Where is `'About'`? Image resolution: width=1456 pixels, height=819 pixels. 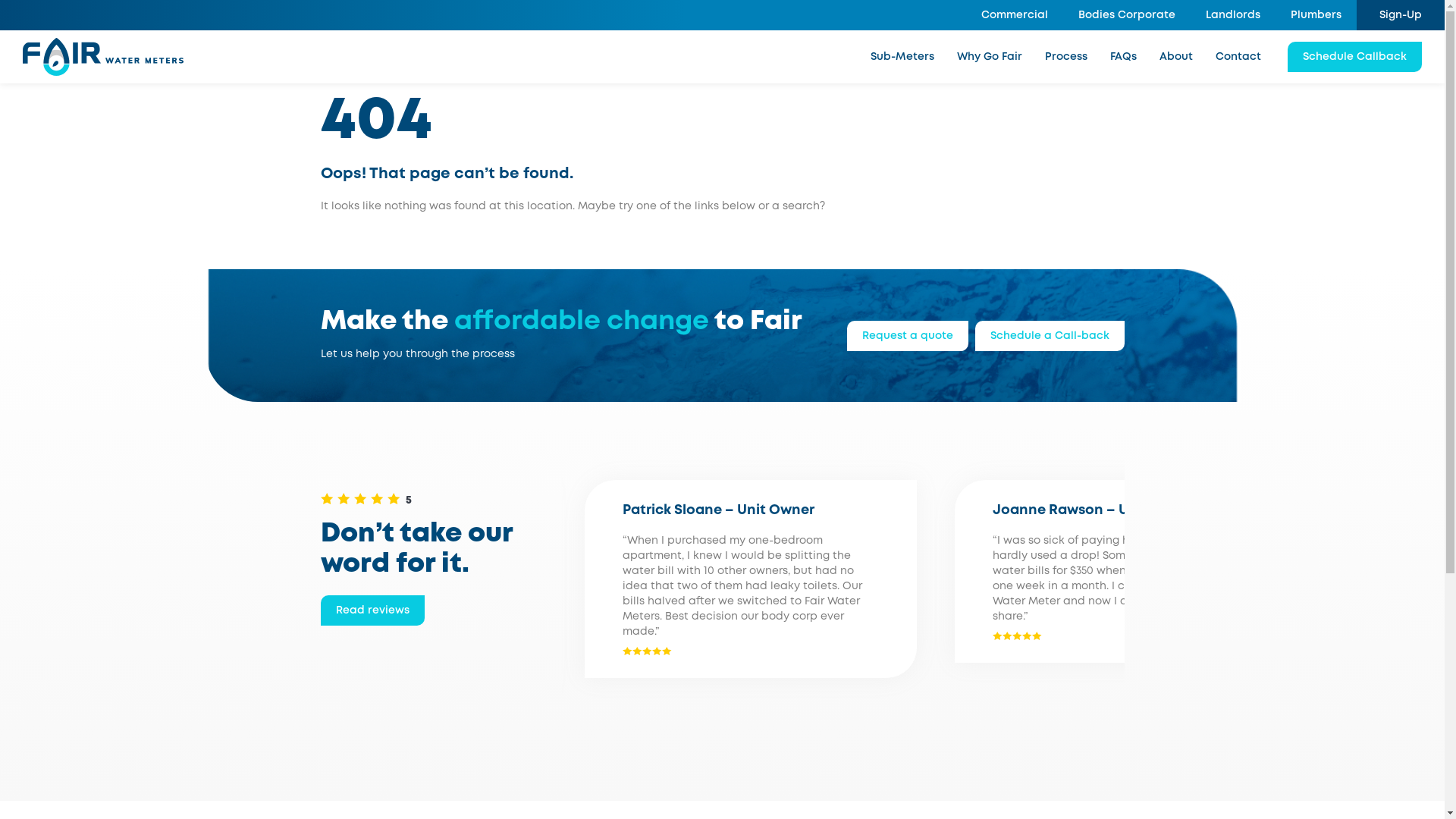
'About' is located at coordinates (1175, 55).